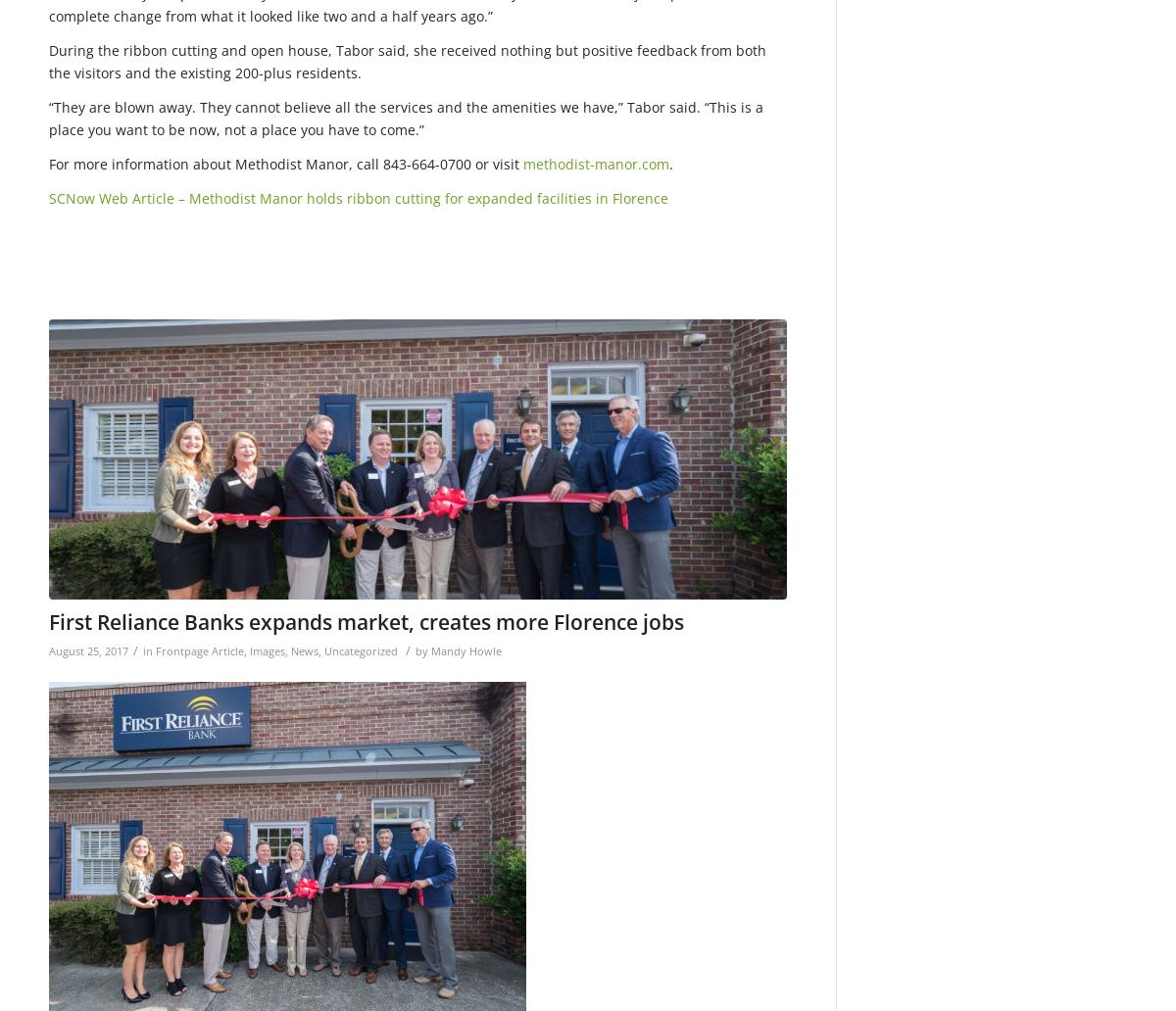  What do you see at coordinates (267, 649) in the screenshot?
I see `'Images'` at bounding box center [267, 649].